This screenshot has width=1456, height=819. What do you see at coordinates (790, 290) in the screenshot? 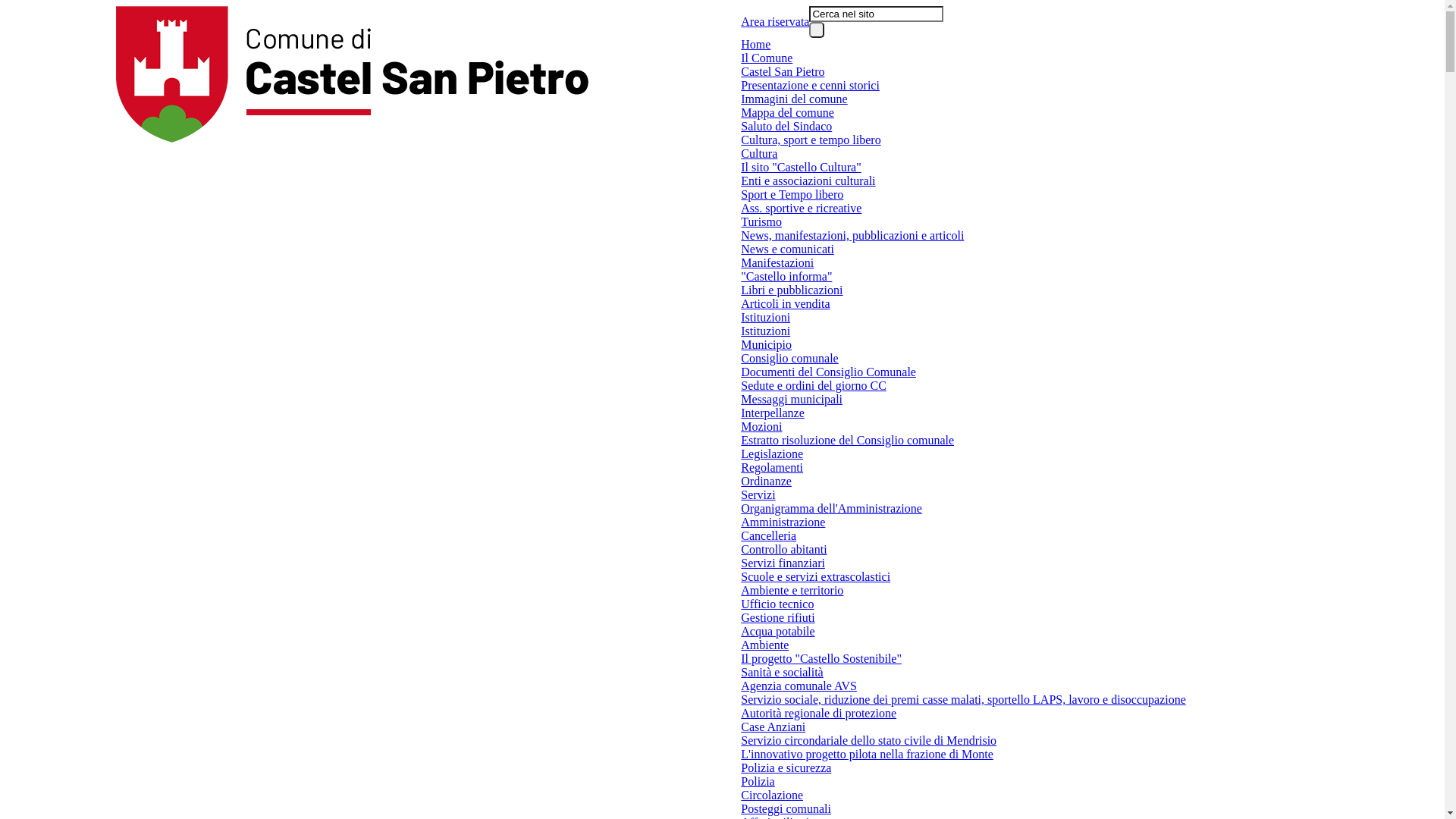
I see `'Libri e pubblicazioni'` at bounding box center [790, 290].